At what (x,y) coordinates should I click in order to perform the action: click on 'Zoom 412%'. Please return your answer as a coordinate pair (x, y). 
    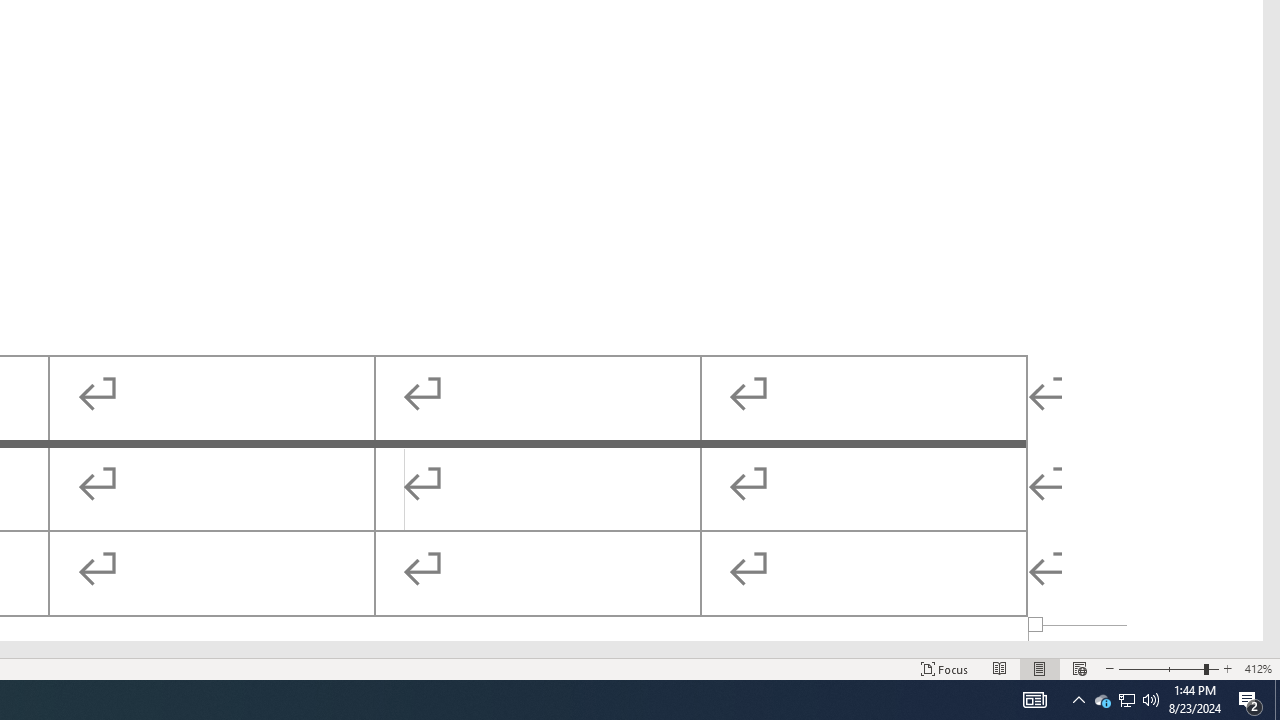
    Looking at the image, I should click on (1257, 669).